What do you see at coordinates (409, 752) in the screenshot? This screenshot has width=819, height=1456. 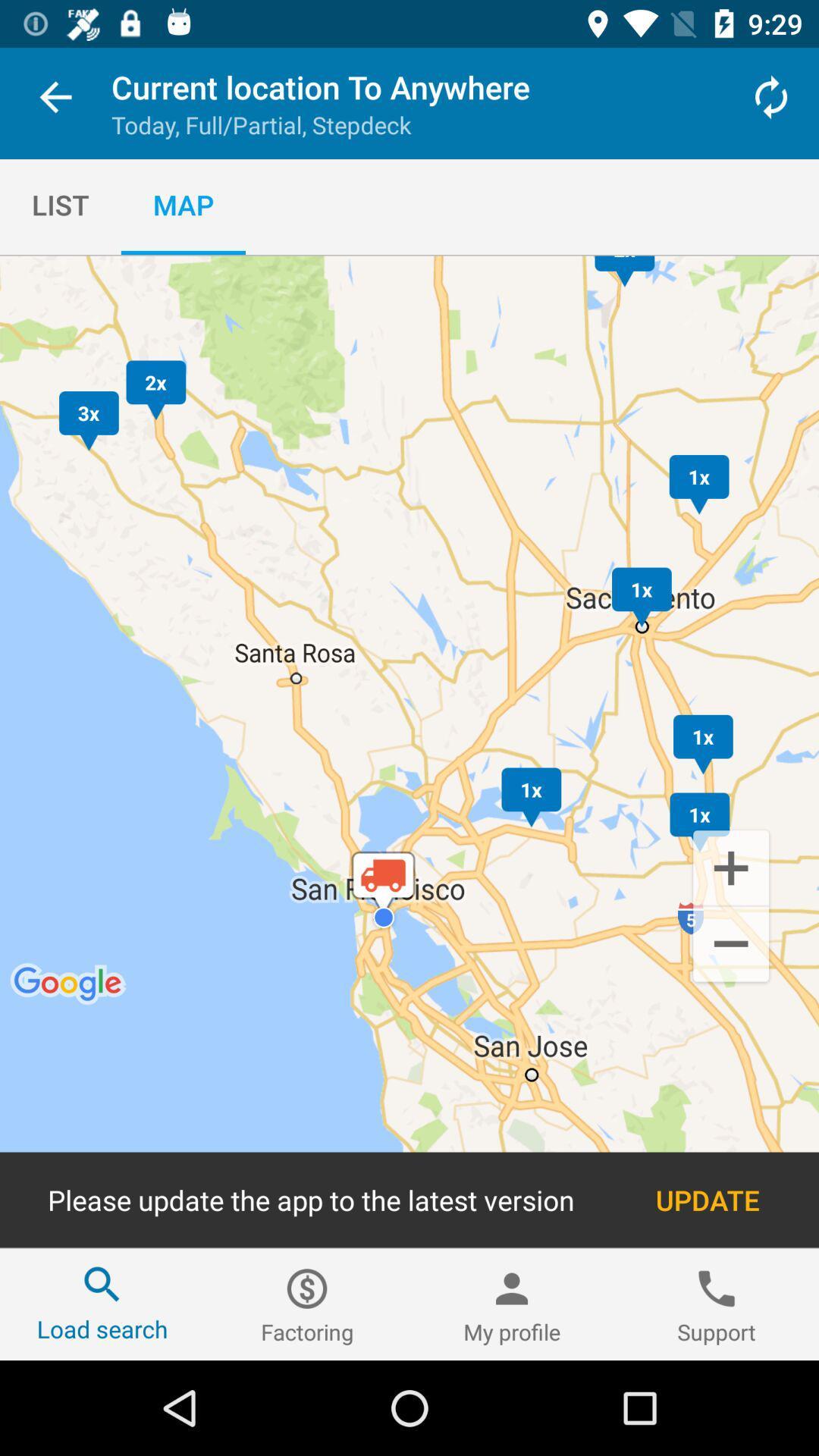 I see `the icon at the center` at bounding box center [409, 752].